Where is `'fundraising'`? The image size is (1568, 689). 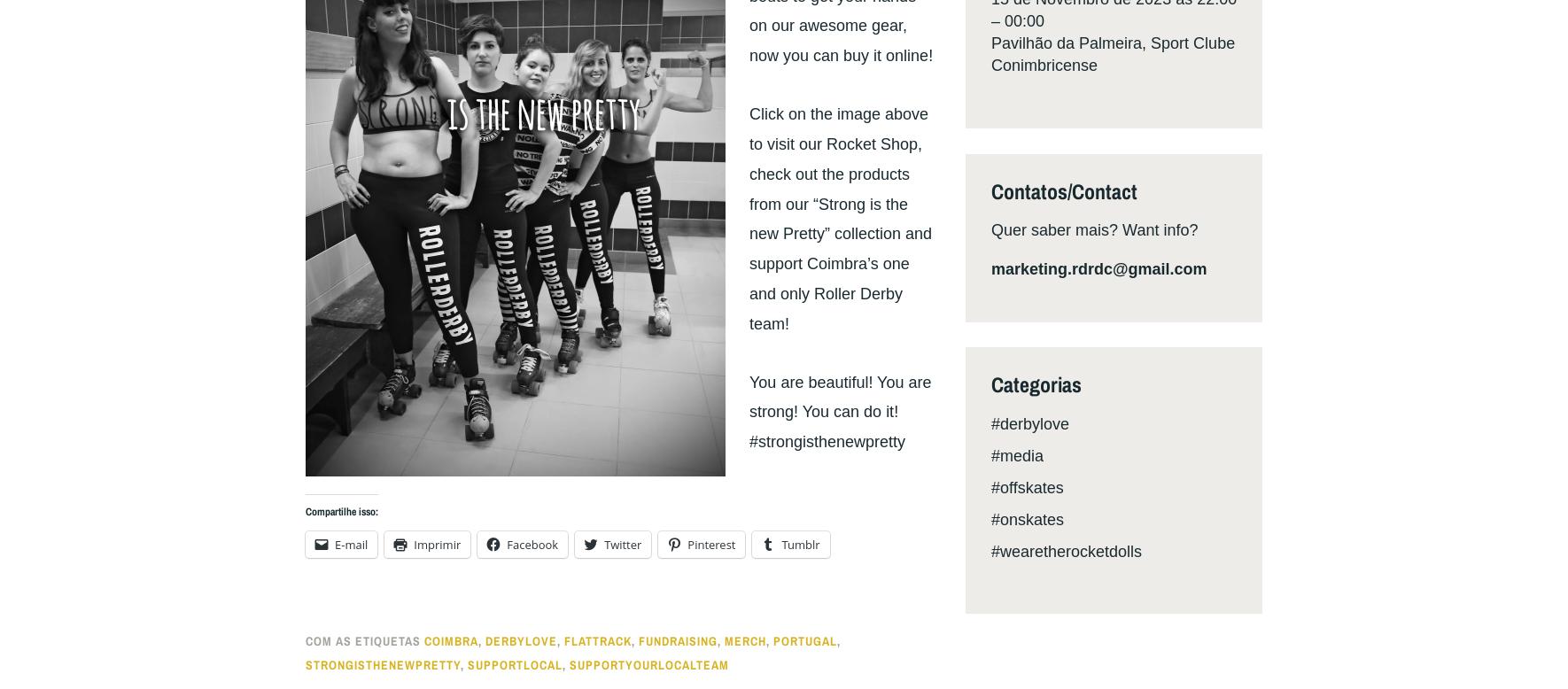
'fundraising' is located at coordinates (637, 640).